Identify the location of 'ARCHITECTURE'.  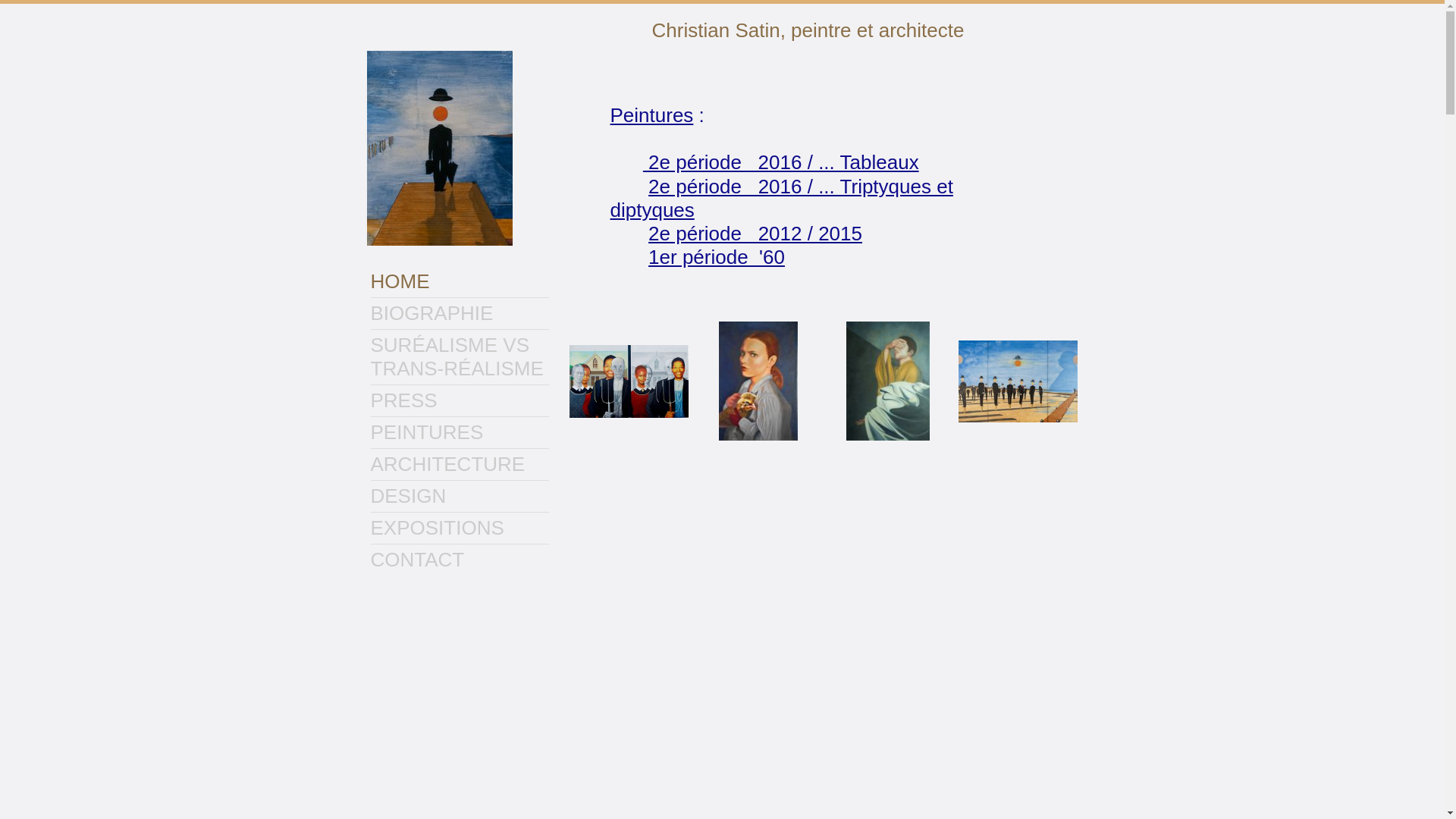
(458, 463).